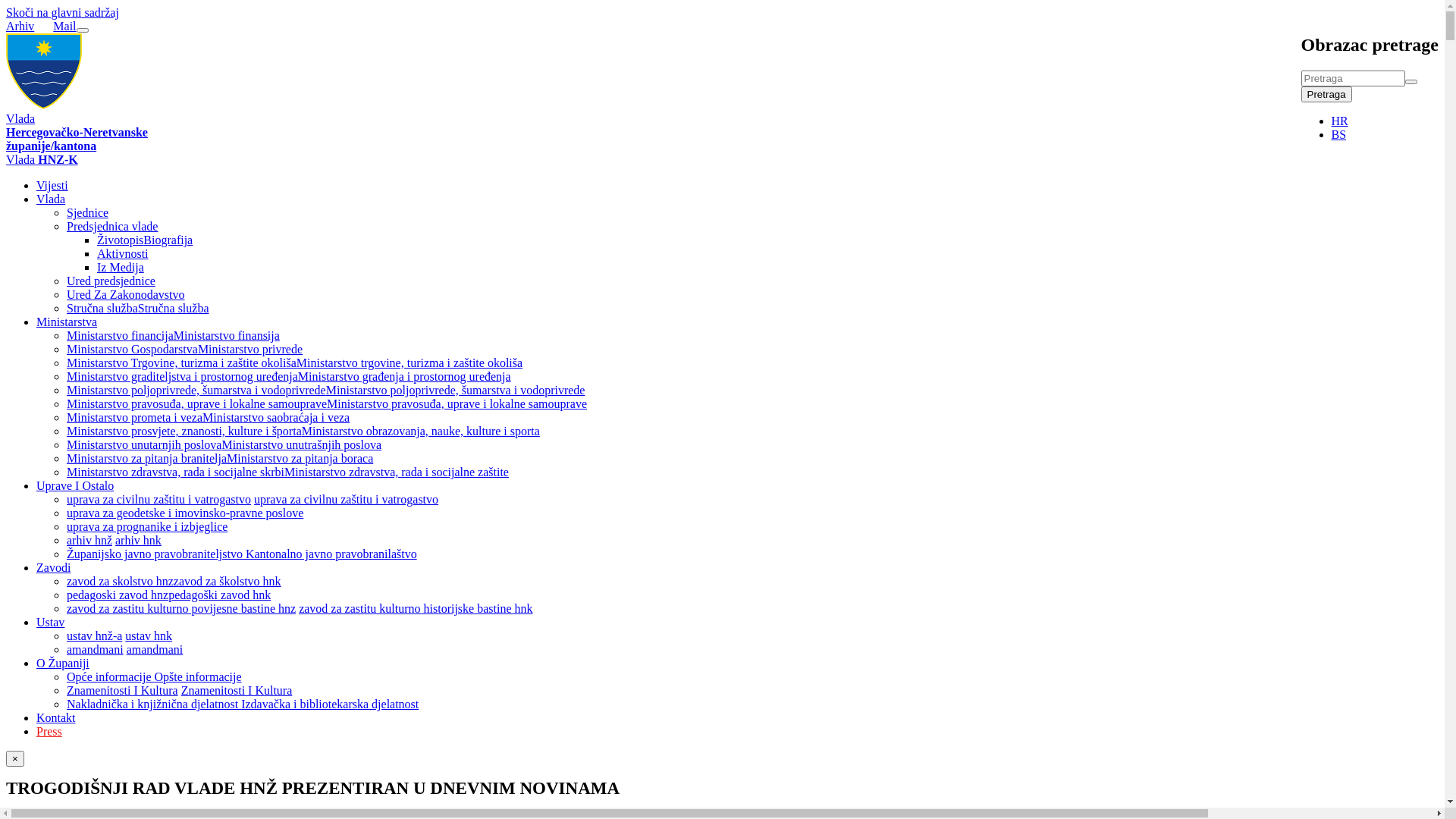 The image size is (1456, 819). I want to click on 'Ministarstvo za pitanja branitelja', so click(146, 457).